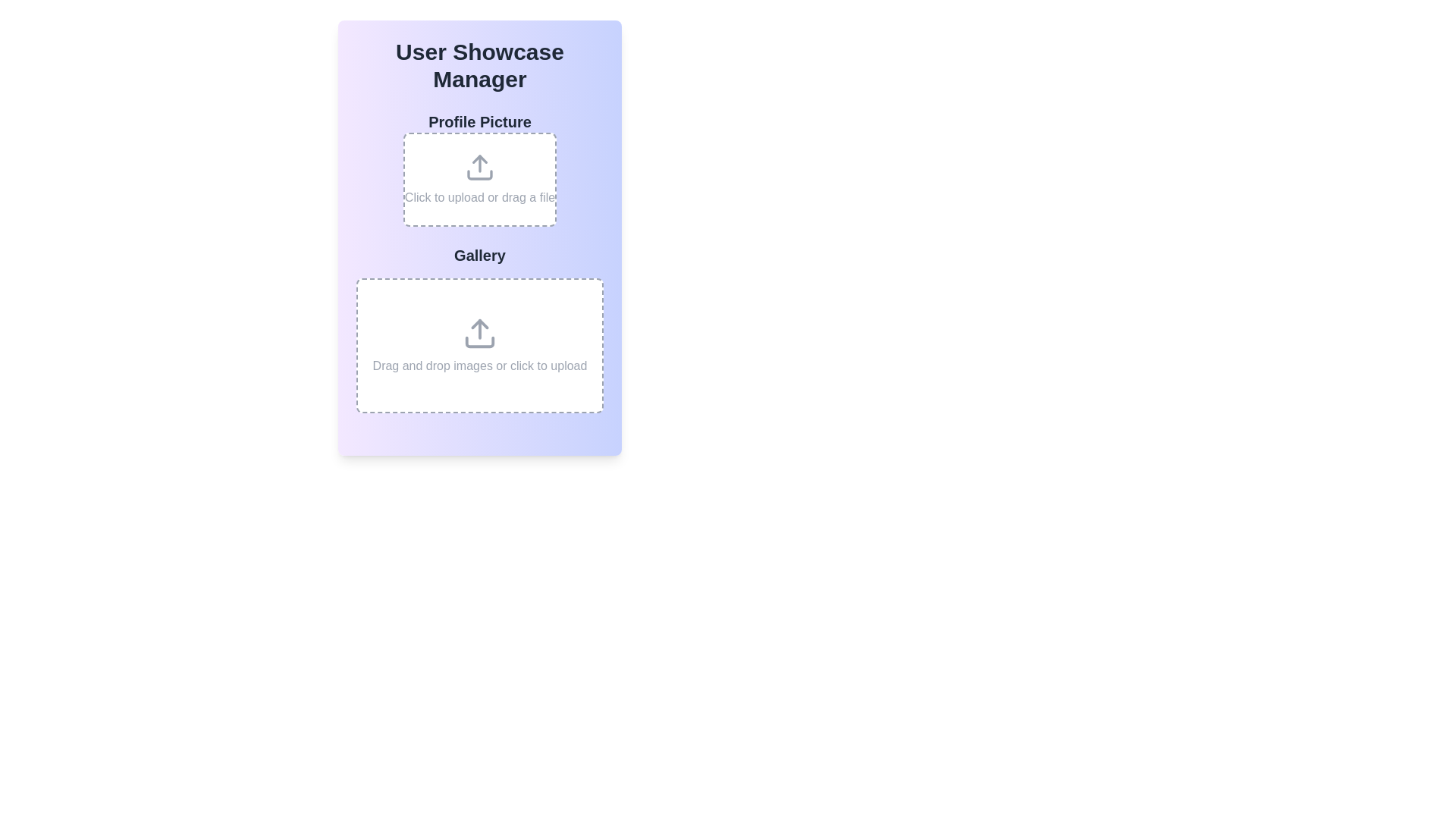  What do you see at coordinates (479, 366) in the screenshot?
I see `the static text element that reads 'Drag and drop images or click to upload', which is located below the 'Gallery' bordered area` at bounding box center [479, 366].